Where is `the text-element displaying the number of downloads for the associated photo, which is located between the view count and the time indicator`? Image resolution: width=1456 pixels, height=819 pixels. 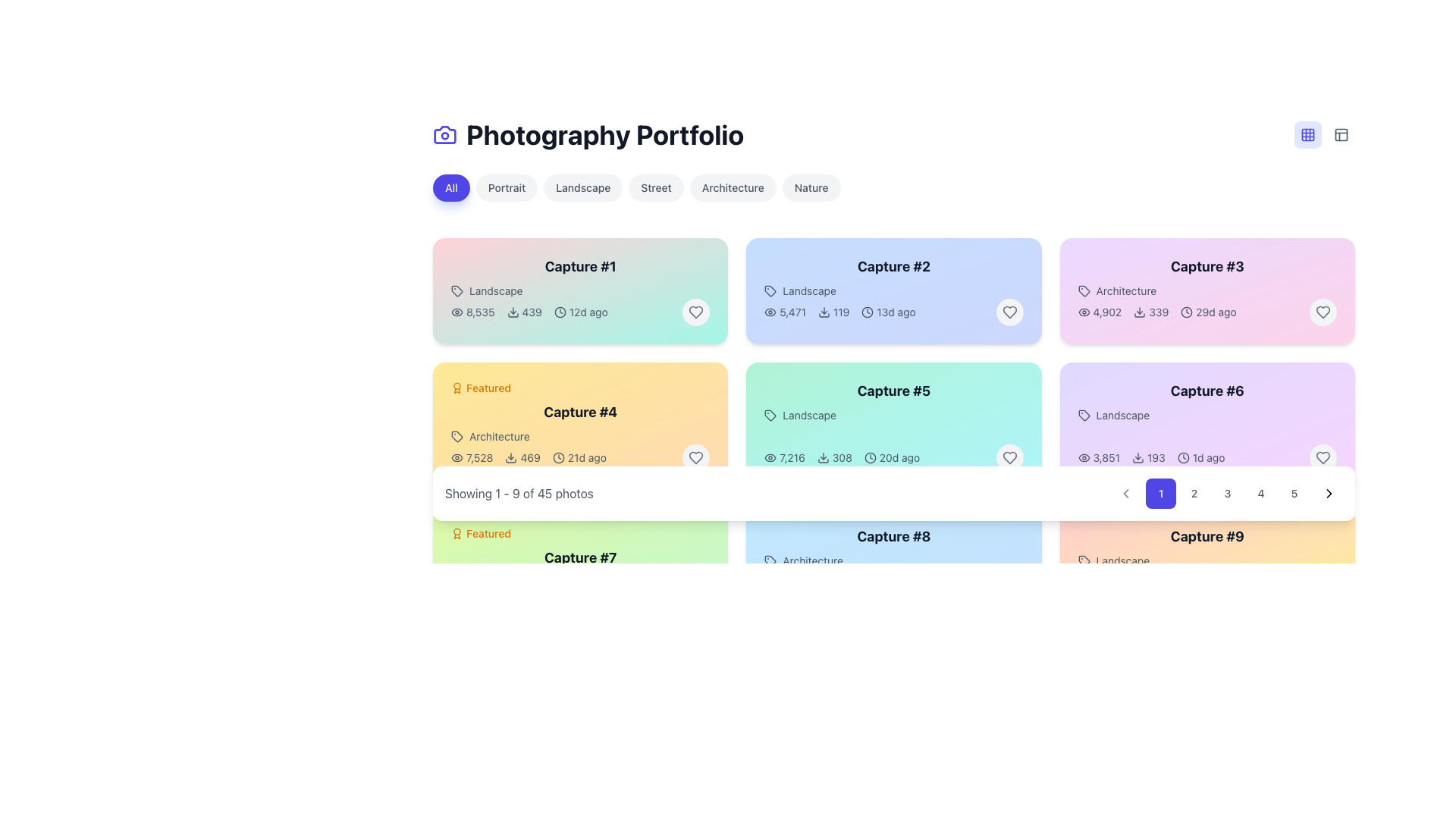 the text-element displaying the number of downloads for the associated photo, which is located between the view count and the time indicator is located at coordinates (524, 312).